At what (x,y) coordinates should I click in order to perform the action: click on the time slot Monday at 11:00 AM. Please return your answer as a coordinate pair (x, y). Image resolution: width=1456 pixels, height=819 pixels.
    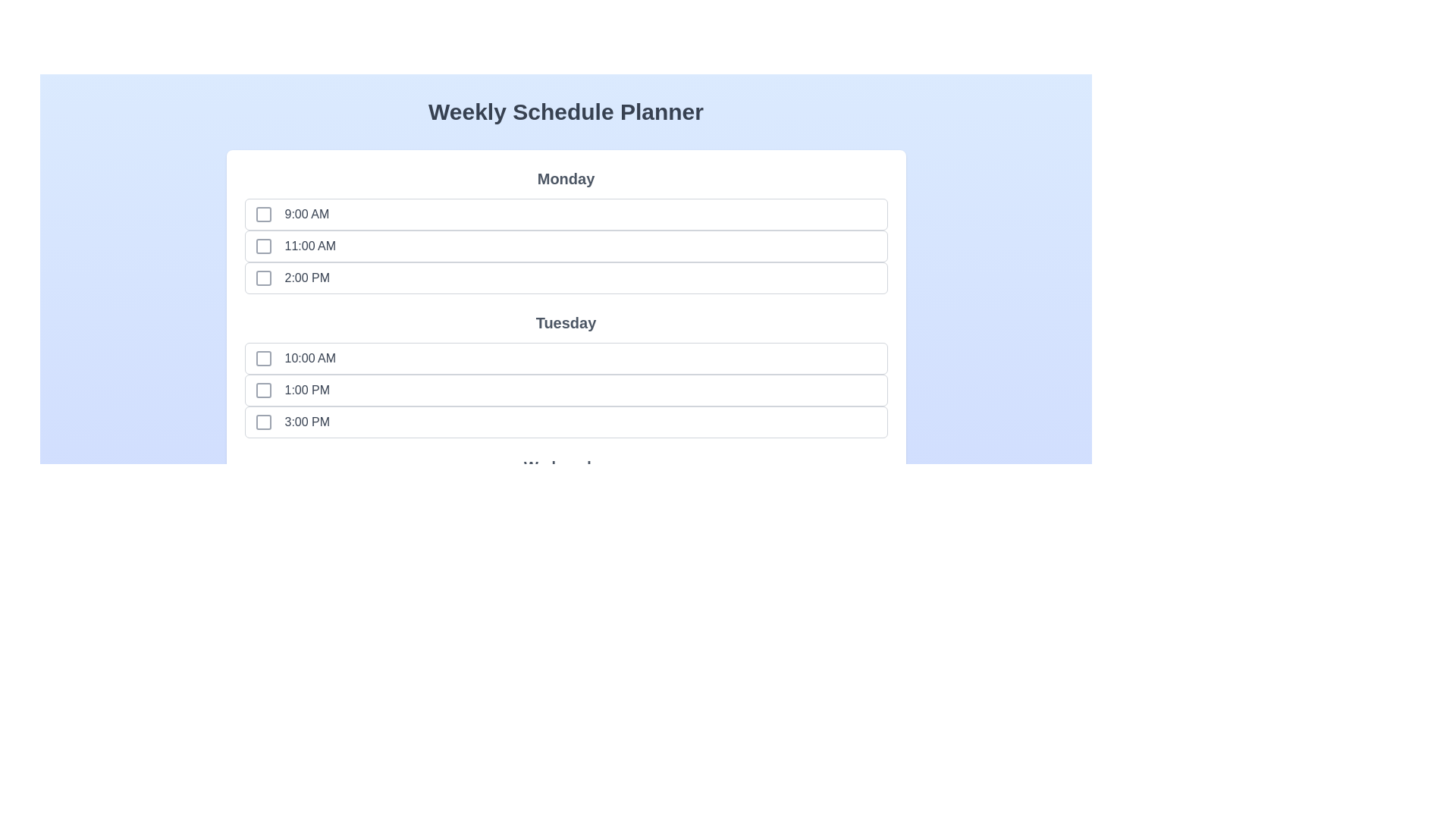
    Looking at the image, I should click on (263, 245).